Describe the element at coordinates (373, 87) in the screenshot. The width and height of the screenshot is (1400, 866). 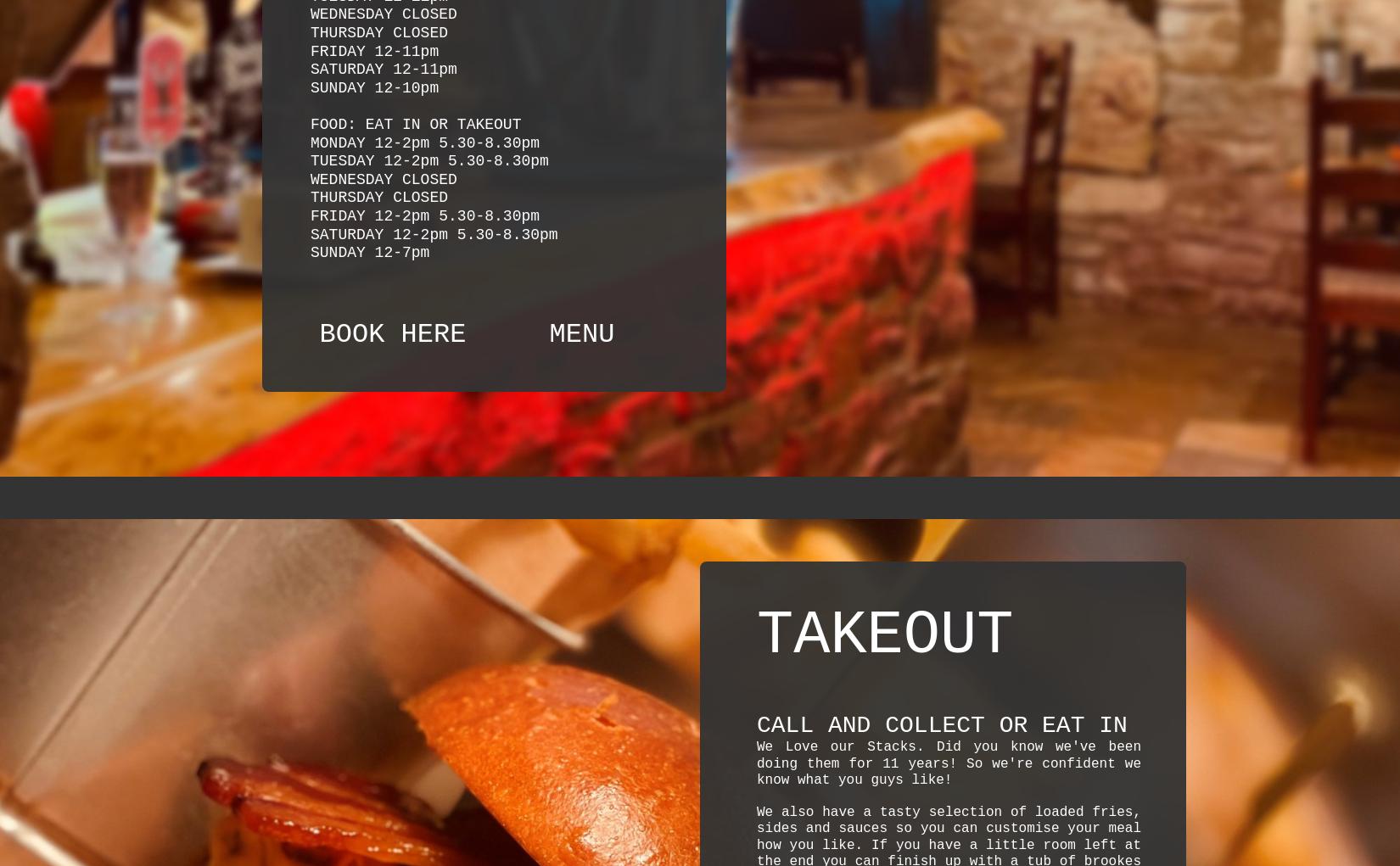
I see `'SUNDAY 12-10pm'` at that location.